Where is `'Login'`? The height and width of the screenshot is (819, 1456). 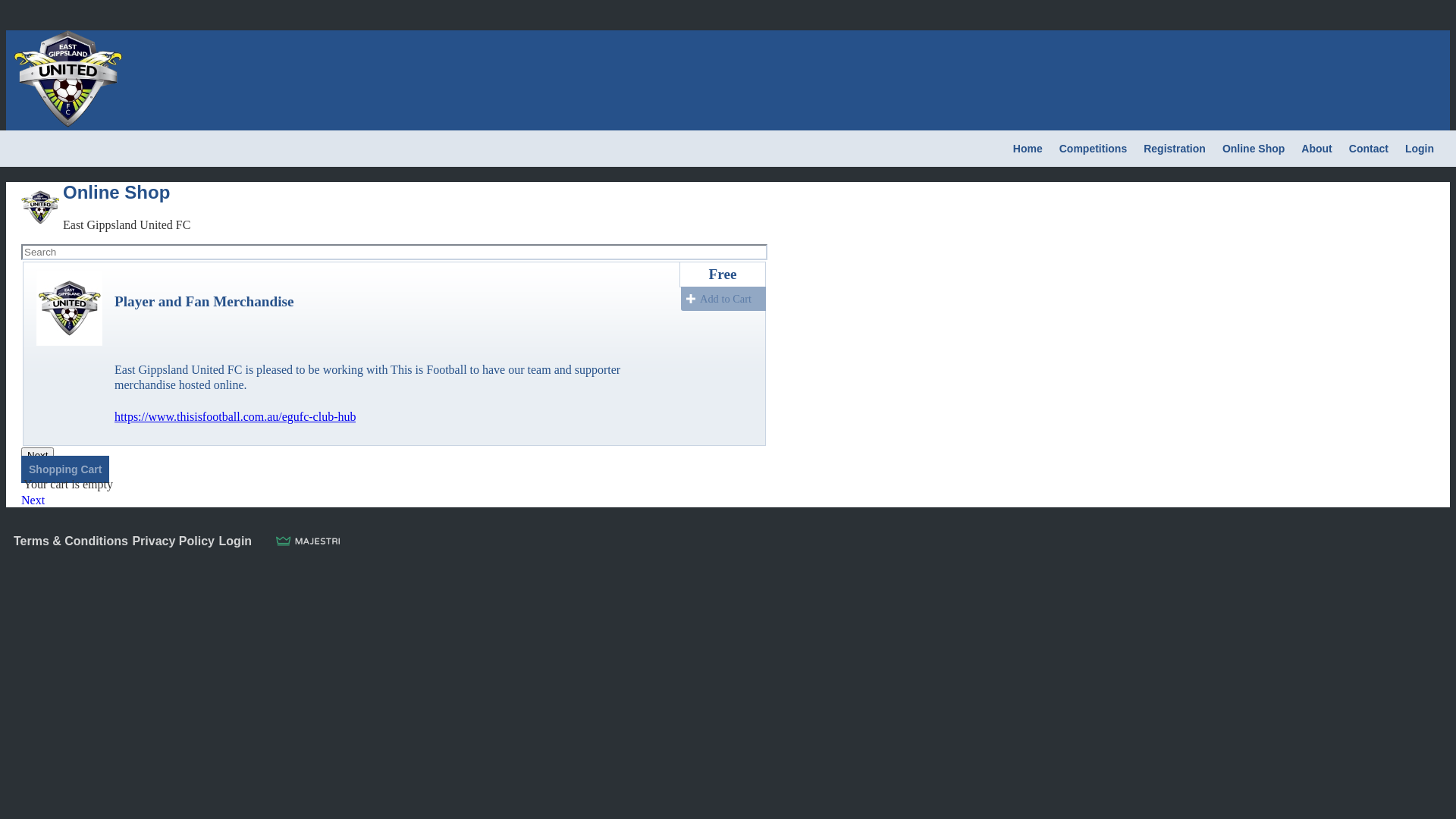
'Login' is located at coordinates (1419, 149).